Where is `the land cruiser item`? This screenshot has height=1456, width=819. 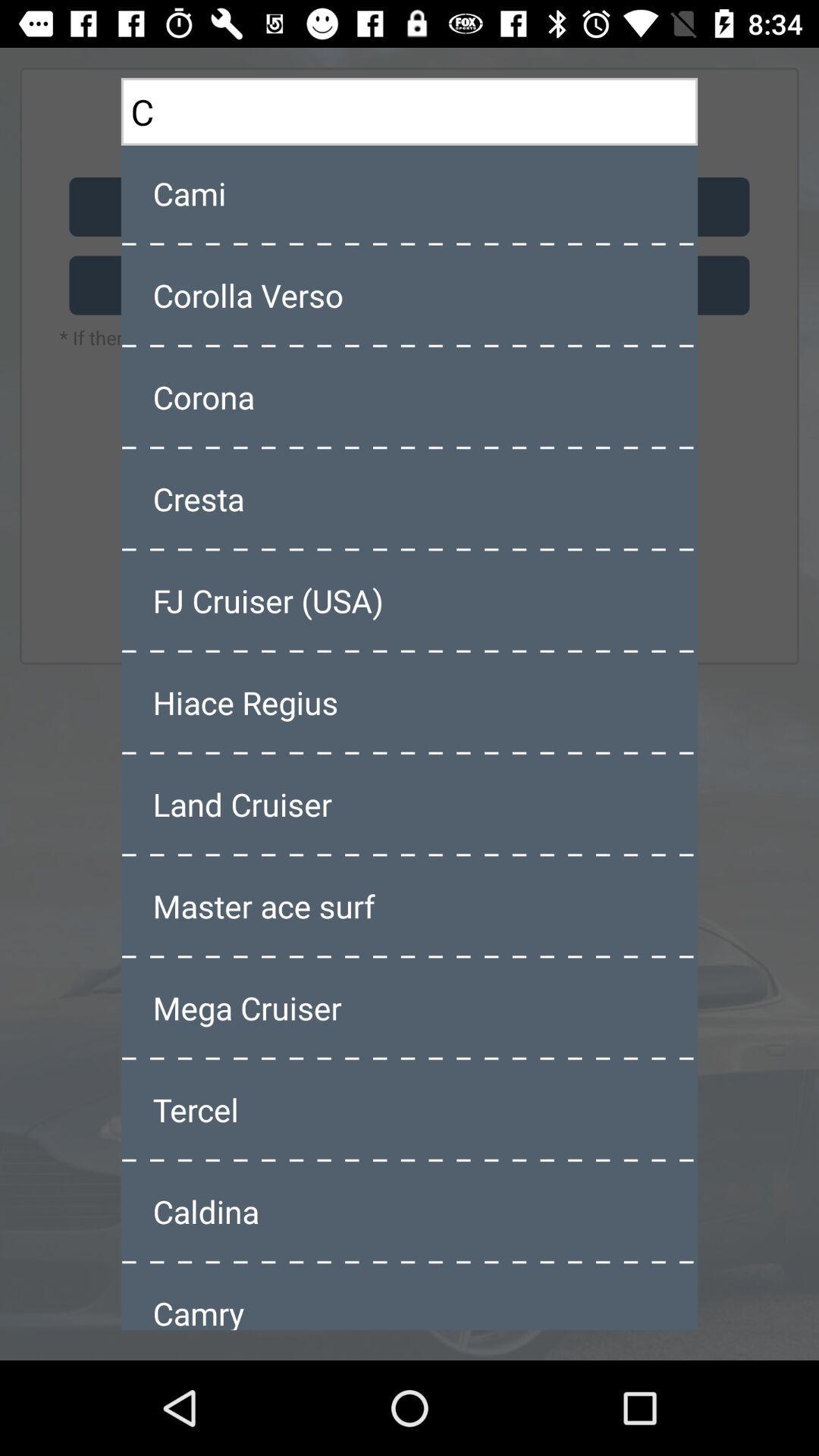 the land cruiser item is located at coordinates (409, 803).